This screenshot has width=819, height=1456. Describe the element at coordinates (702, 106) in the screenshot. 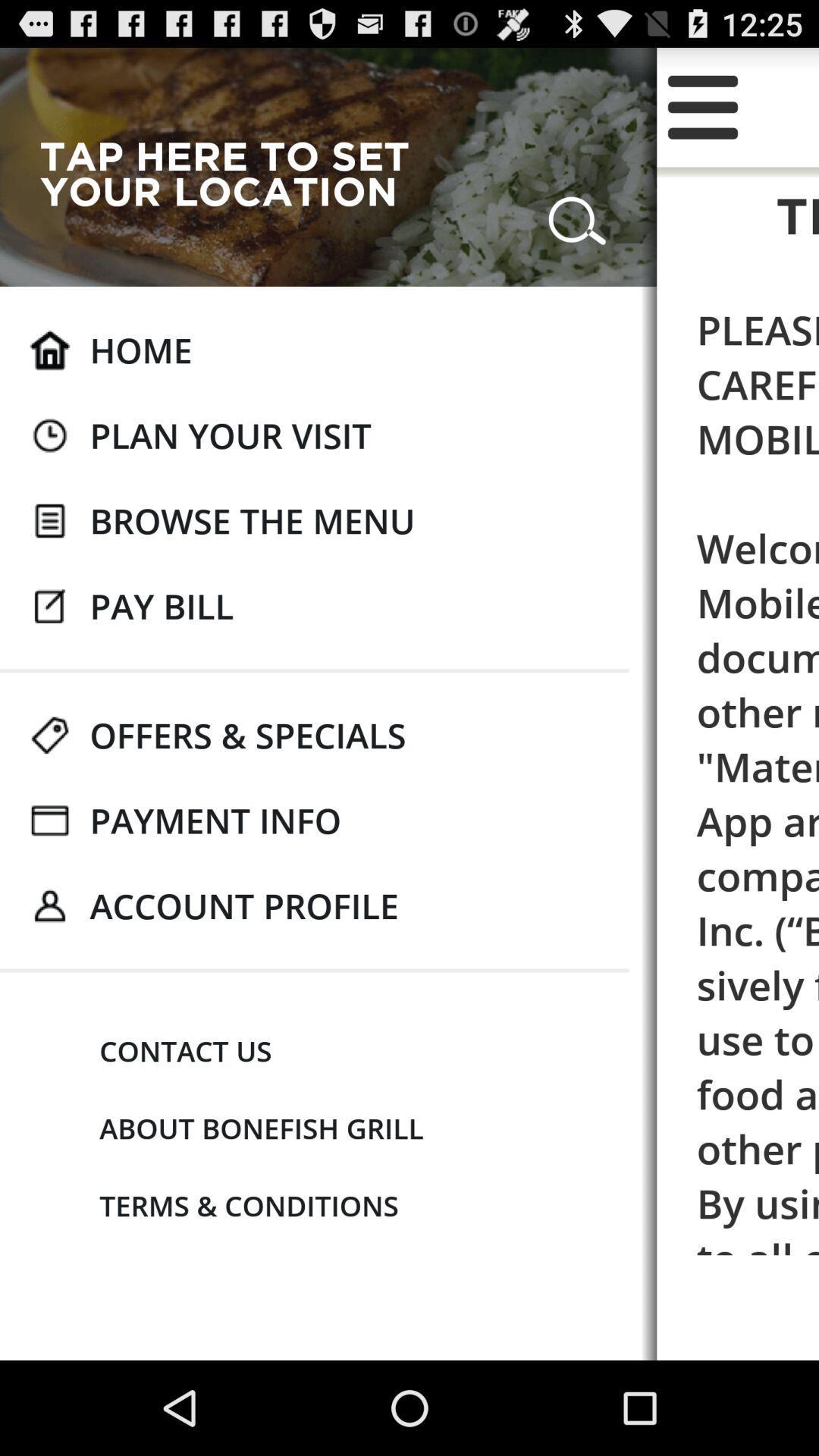

I see `y icon` at that location.